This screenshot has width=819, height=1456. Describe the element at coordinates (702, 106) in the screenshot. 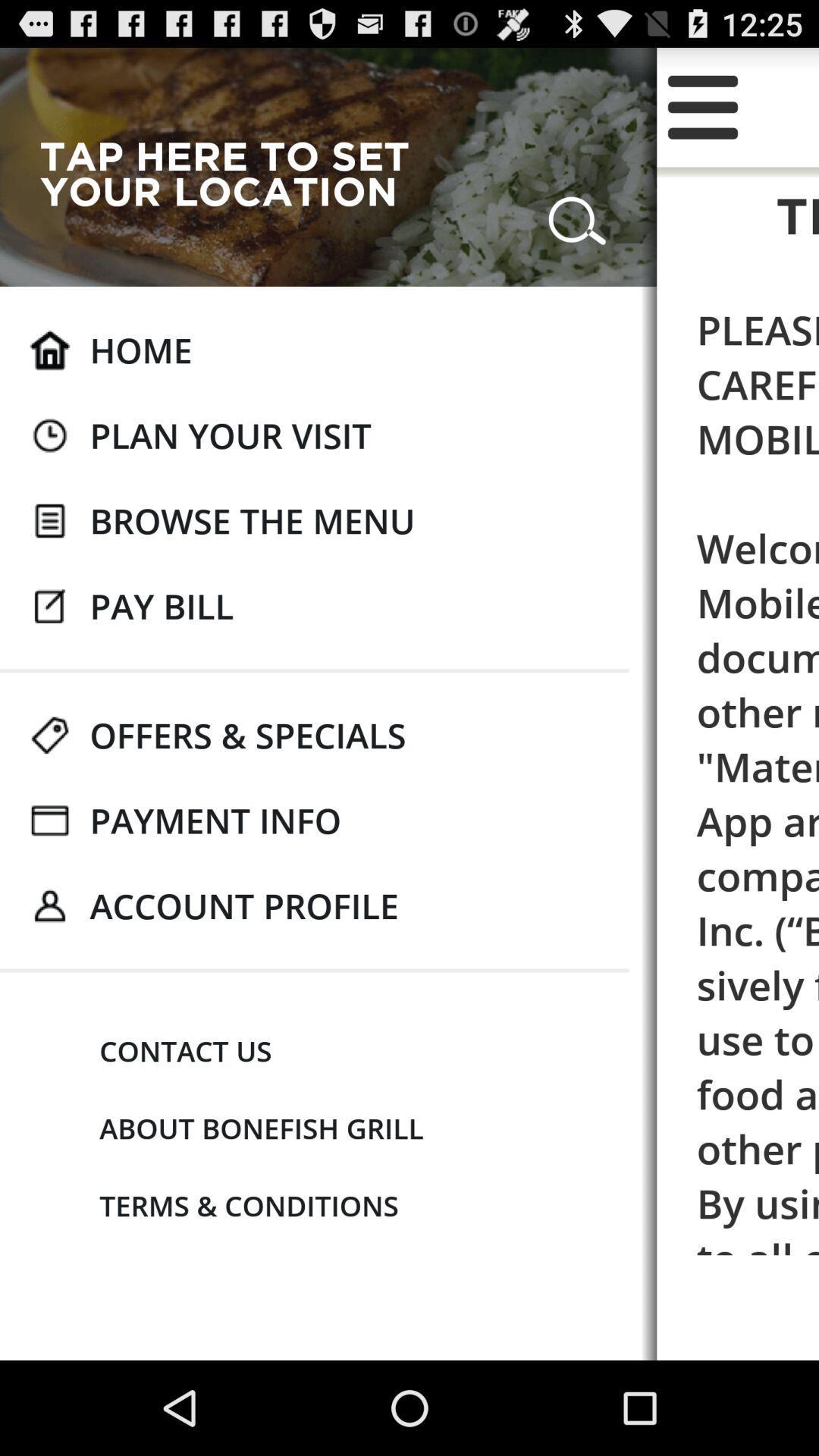

I see `y icon` at that location.